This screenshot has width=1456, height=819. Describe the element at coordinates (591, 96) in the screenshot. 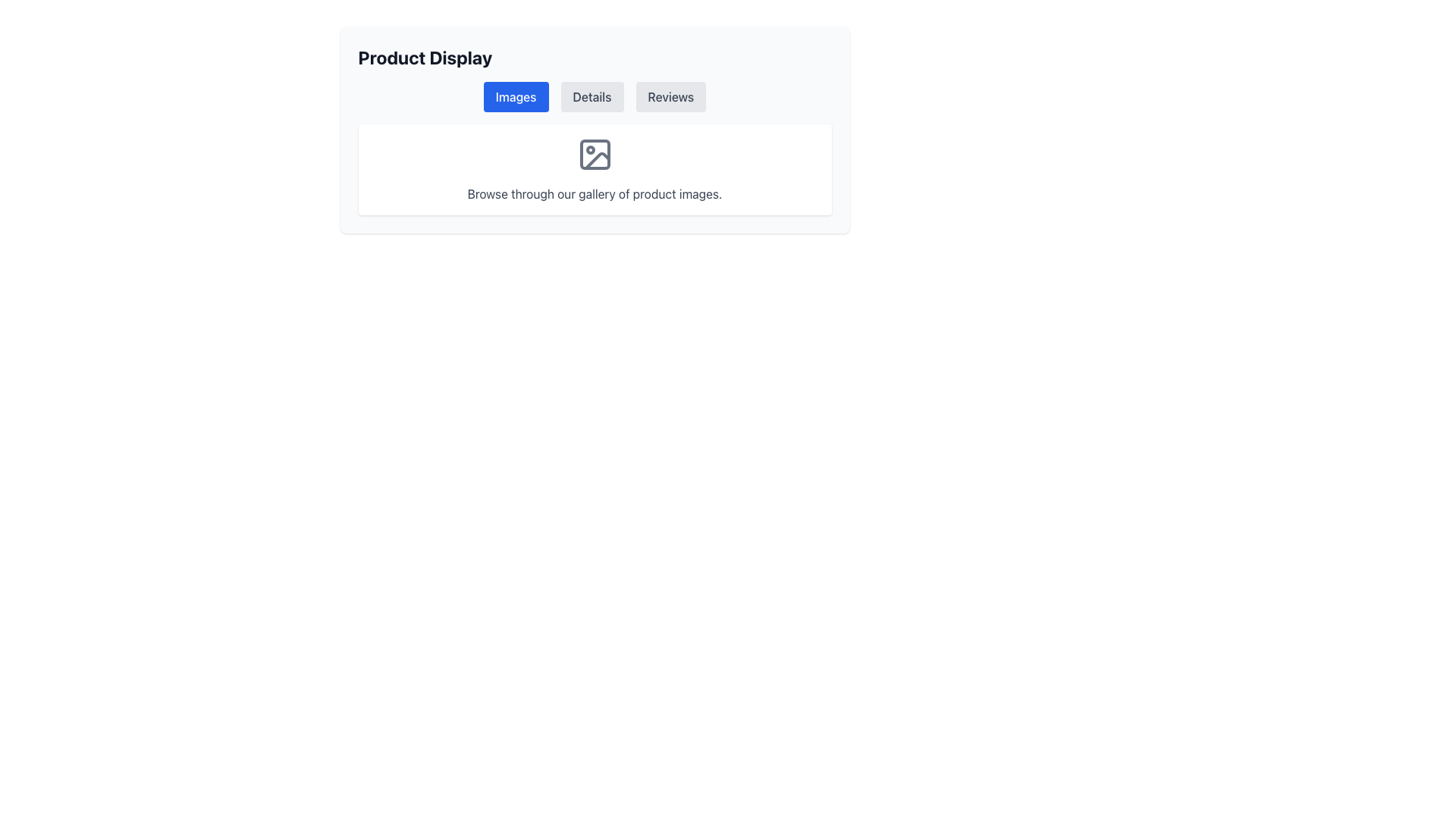

I see `the 'Details' button, which is a rectangular button with medium gray text on a light gray background, located centrally in the upper interface section between the 'Images' and 'Reviews' buttons` at that location.